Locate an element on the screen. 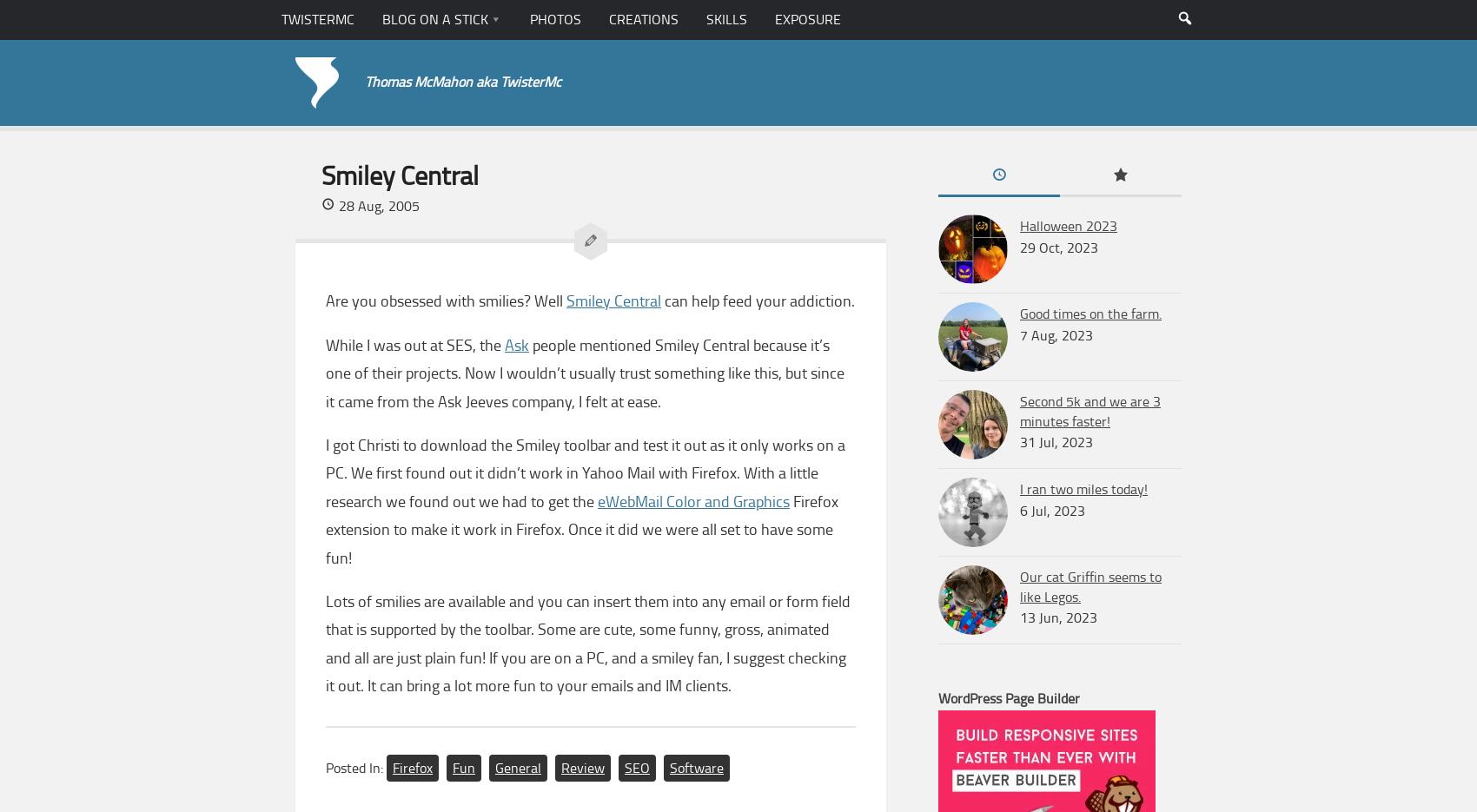 The height and width of the screenshot is (812, 1477). 'Lots of smilies are available and you can insert them into any email or form field that is supported by the toolbar. Some are cute, some funny, gross, animated and all are just plain fun! If you are on a PC, and a smiley fan, I suggest checking it out. It can bring a lot more fun to your emails and IM clients.' is located at coordinates (587, 642).